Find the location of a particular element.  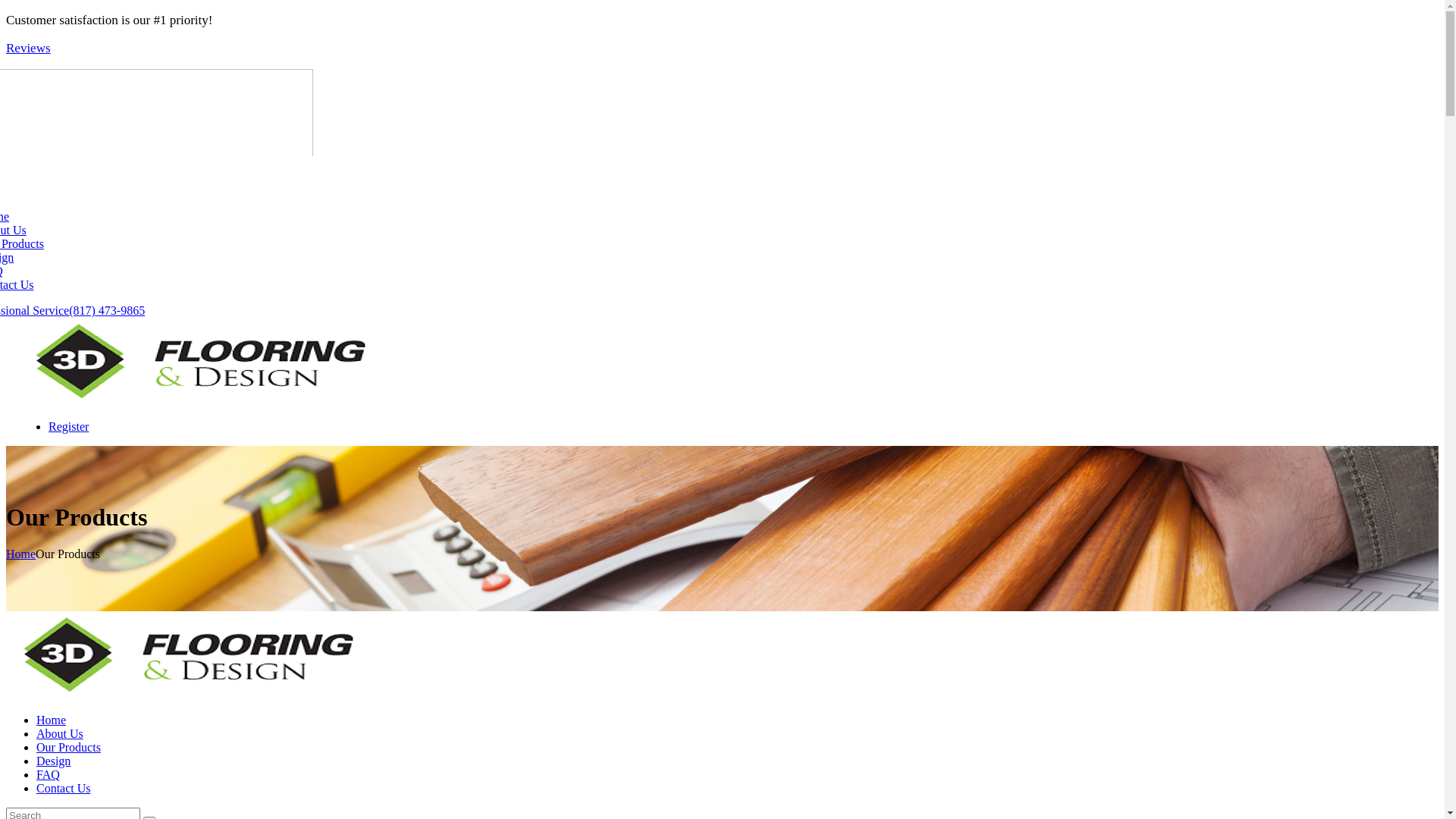

'Contact Us' is located at coordinates (62, 787).